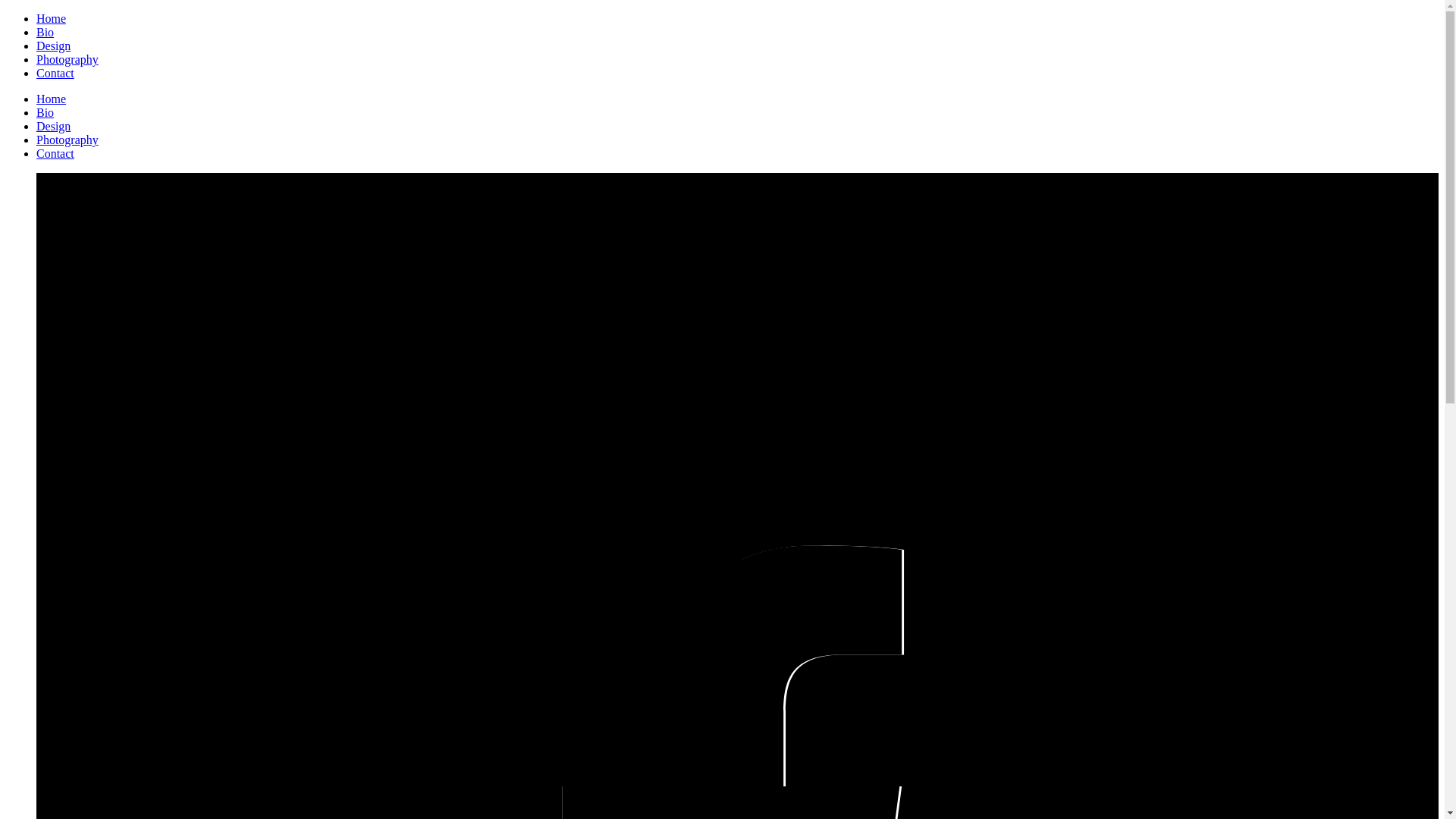  I want to click on 'Home', so click(36, 18).